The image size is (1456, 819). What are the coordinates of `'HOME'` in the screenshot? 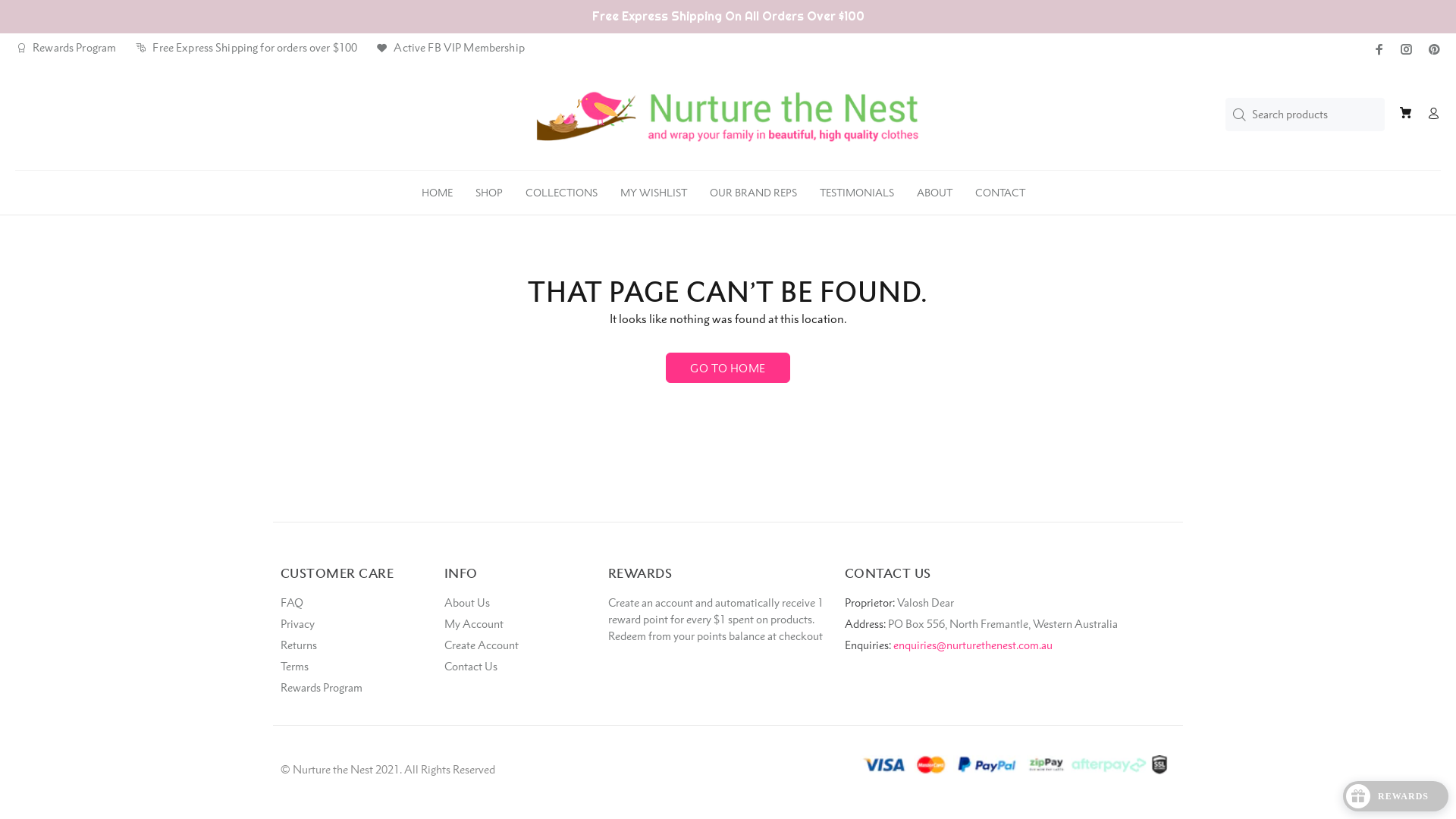 It's located at (436, 188).